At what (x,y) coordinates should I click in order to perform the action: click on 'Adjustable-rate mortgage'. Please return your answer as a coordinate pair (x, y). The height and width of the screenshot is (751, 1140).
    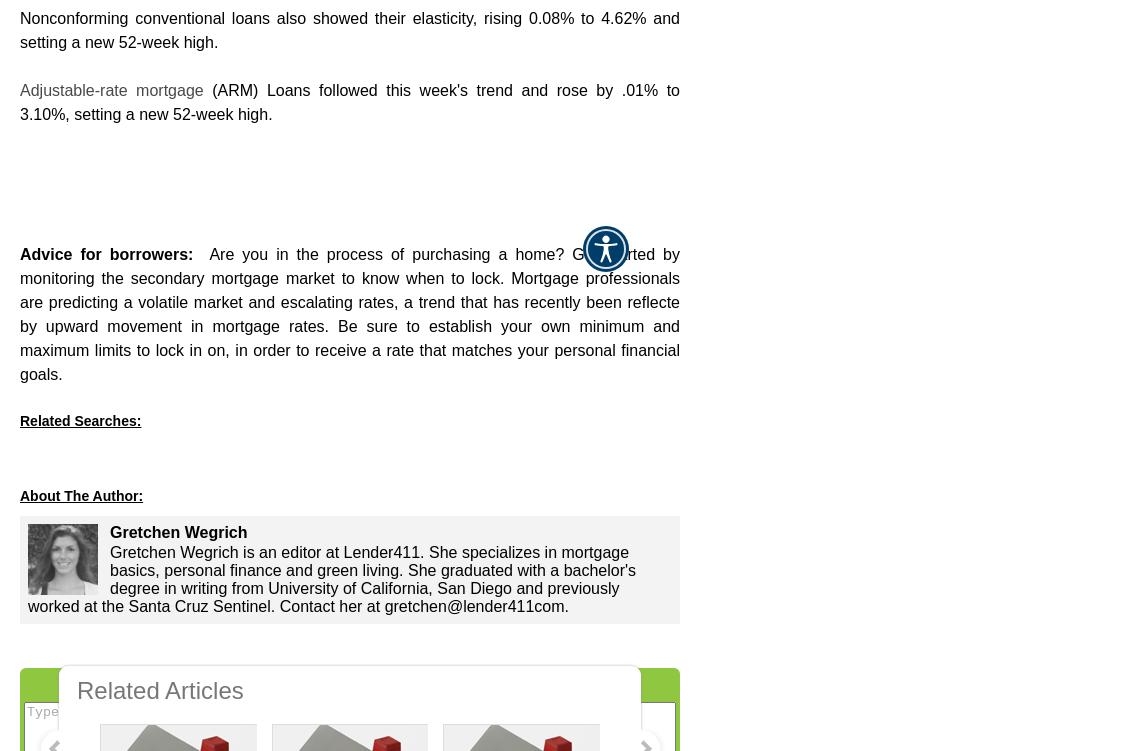
    Looking at the image, I should click on (110, 89).